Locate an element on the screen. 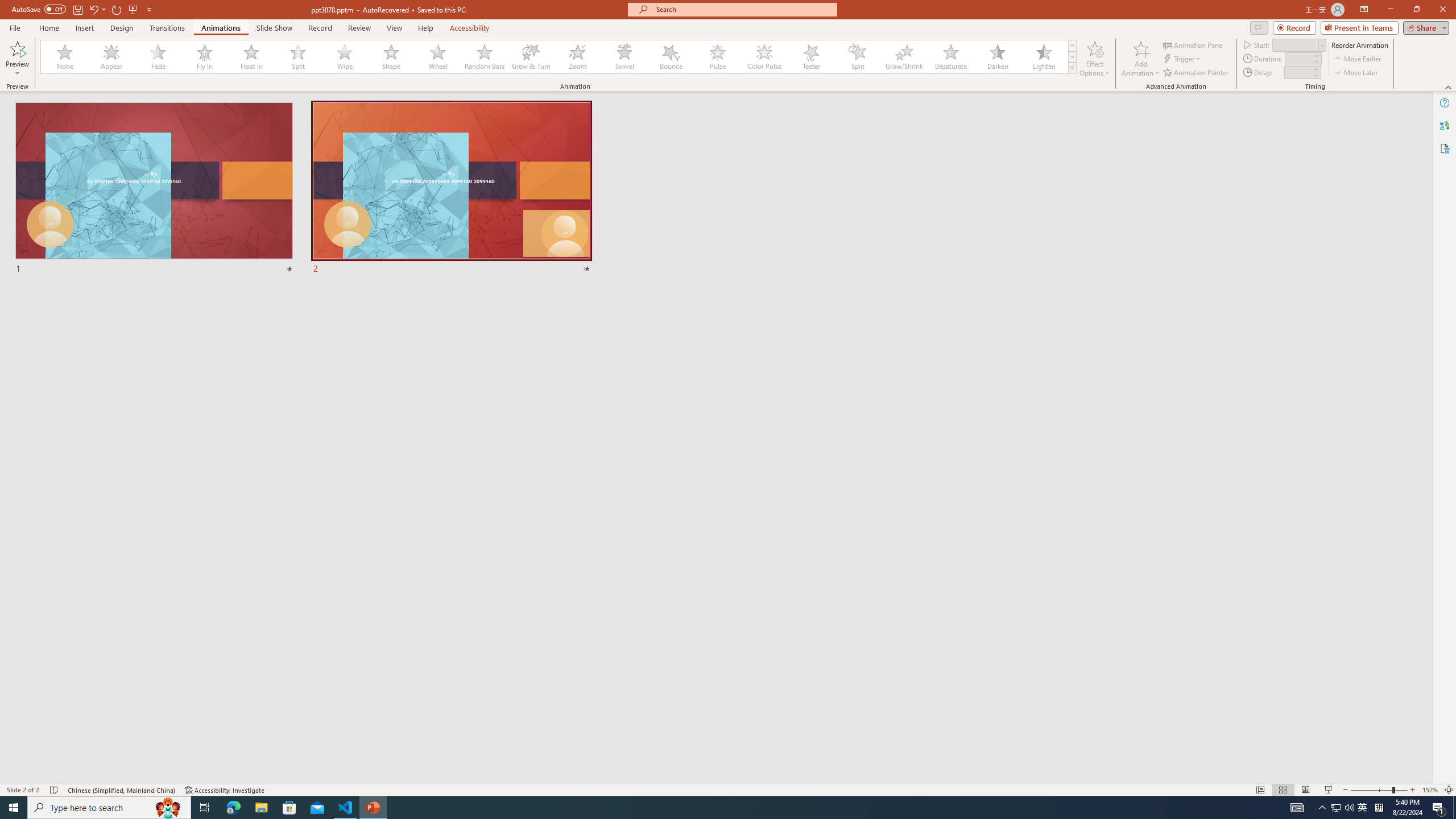  'Add Animation' is located at coordinates (1141, 59).